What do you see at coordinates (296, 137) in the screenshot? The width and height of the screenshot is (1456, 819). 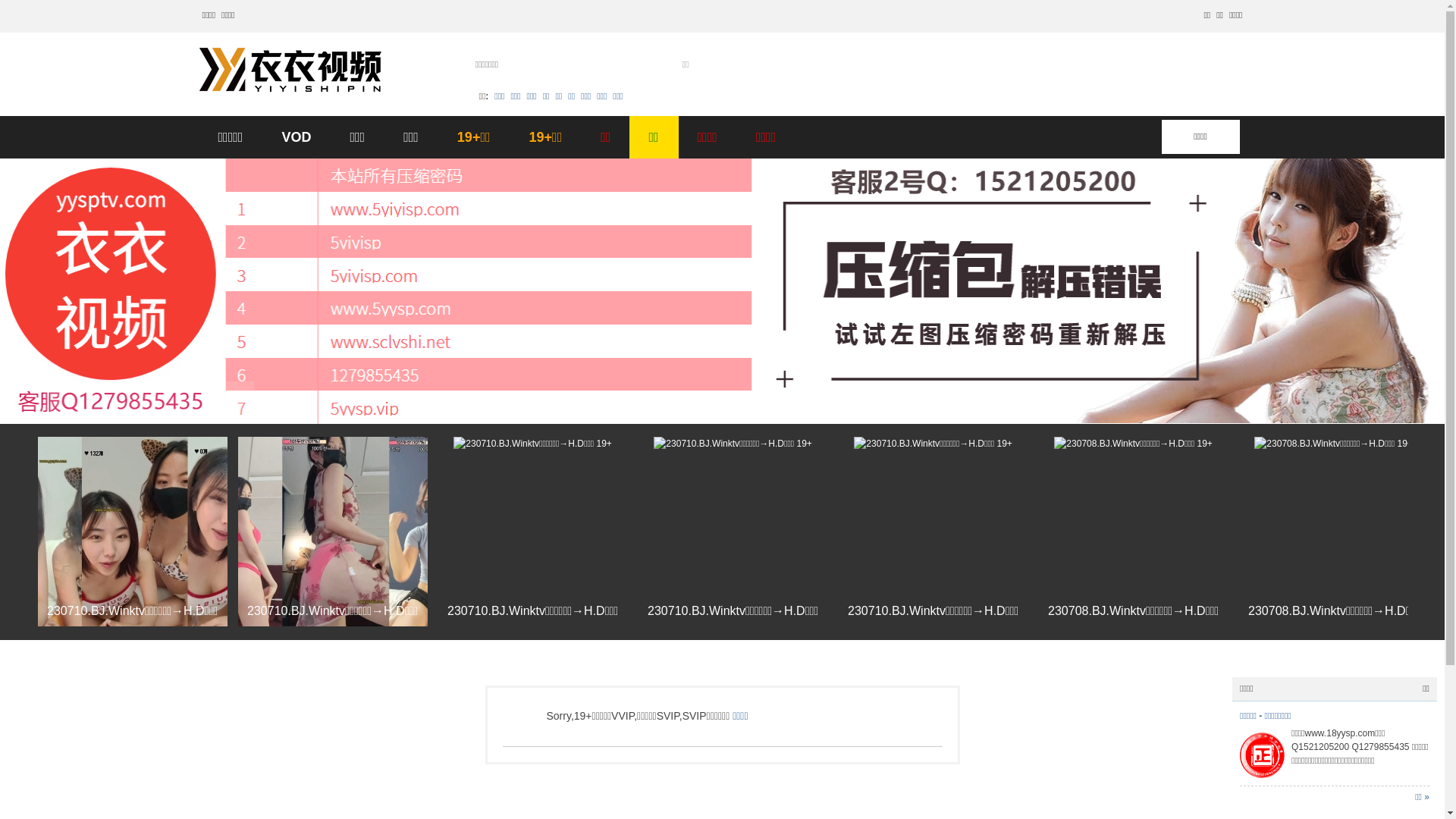 I see `'VOD'` at bounding box center [296, 137].